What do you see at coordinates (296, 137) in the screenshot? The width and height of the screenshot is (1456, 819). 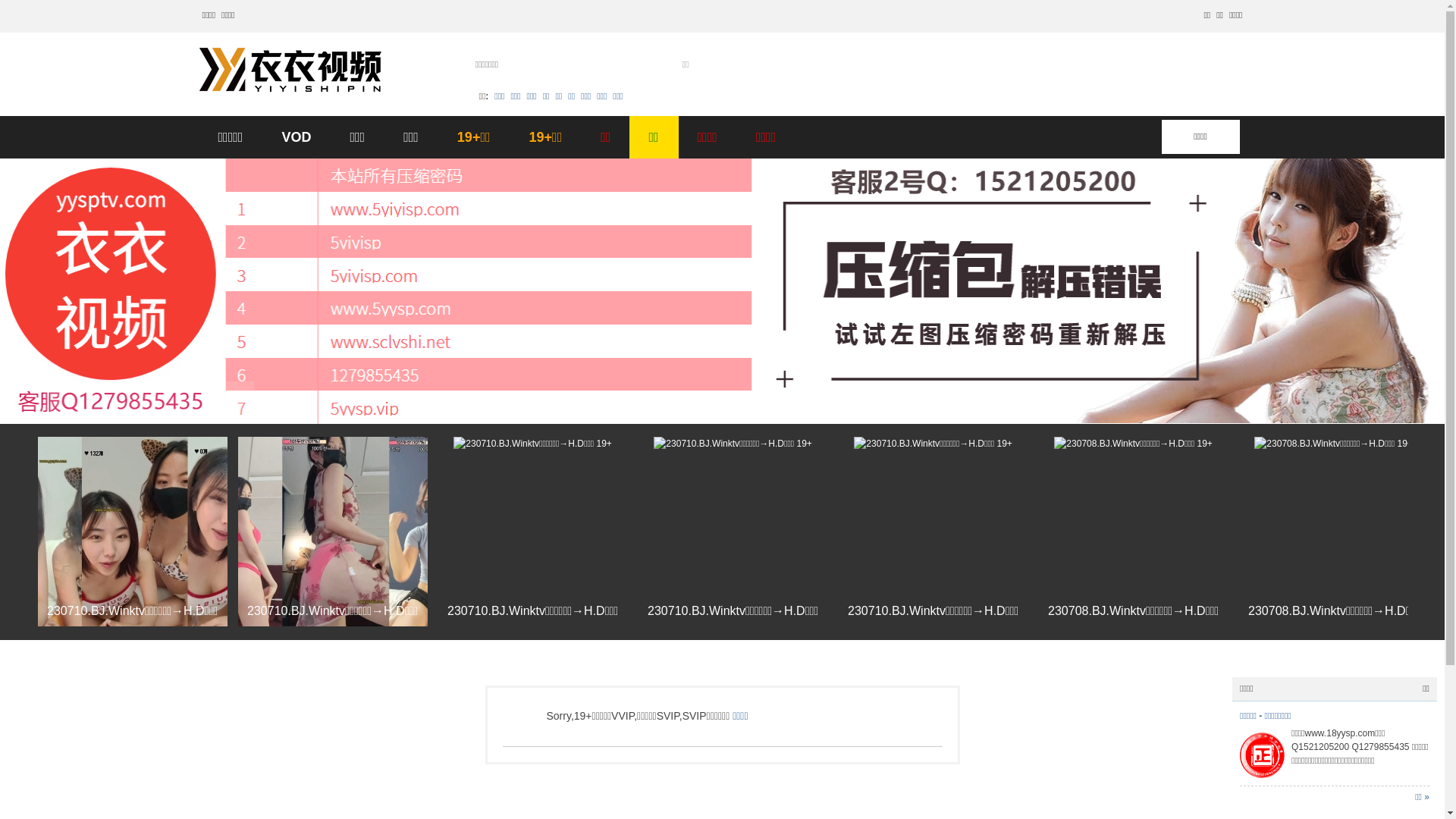 I see `'VOD'` at bounding box center [296, 137].